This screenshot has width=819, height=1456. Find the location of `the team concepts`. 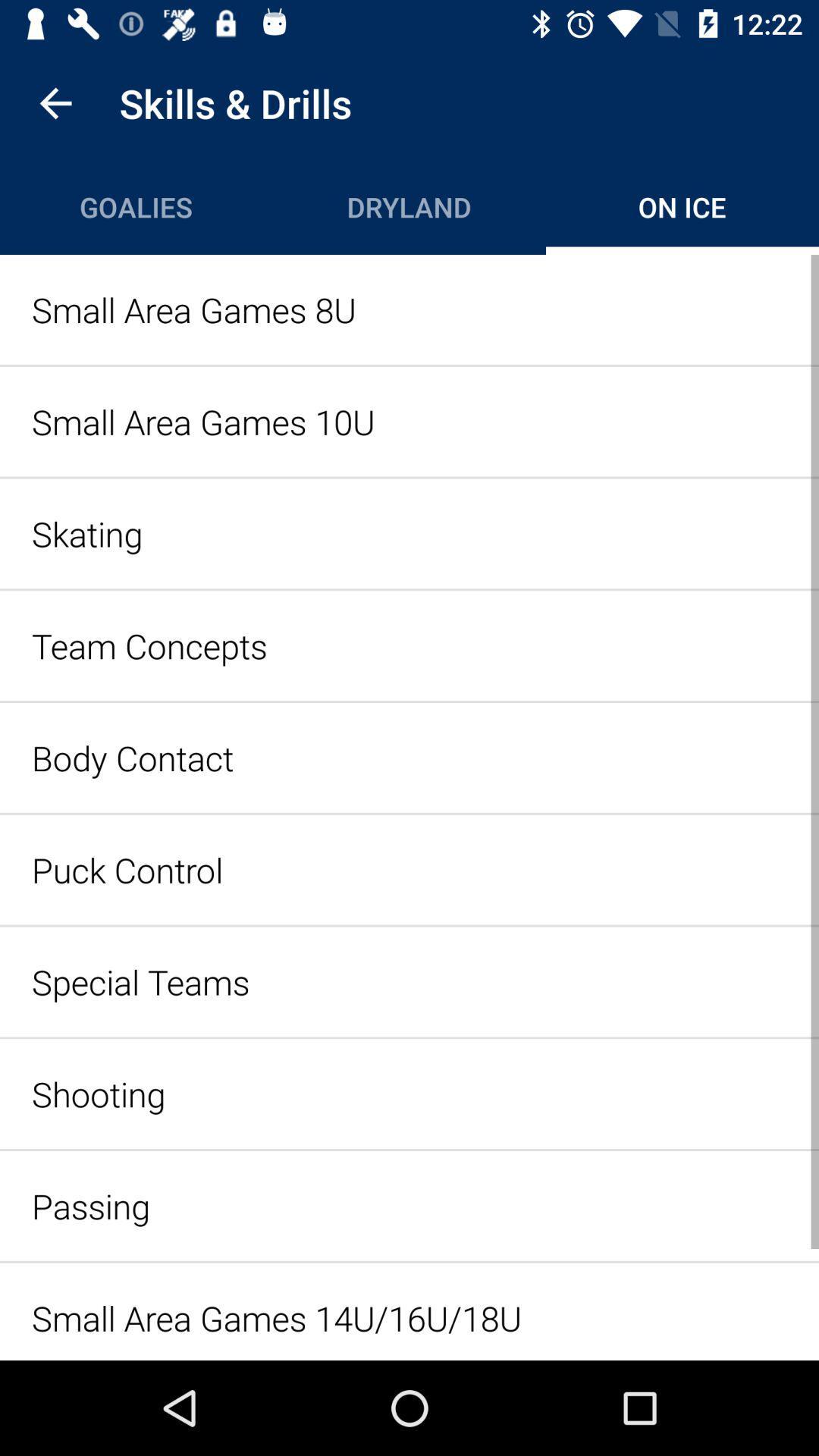

the team concepts is located at coordinates (409, 645).